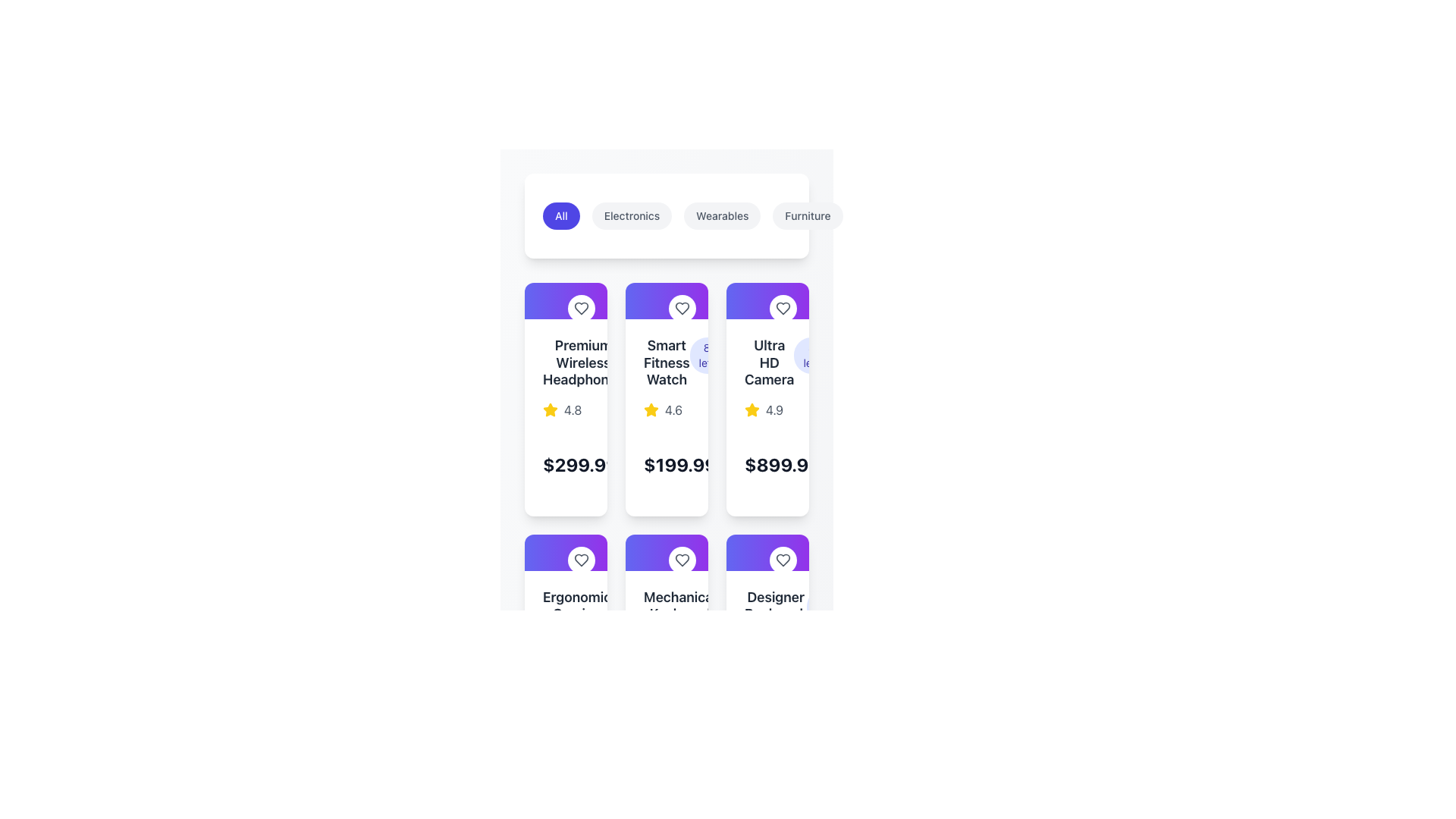 The image size is (1456, 819). I want to click on the first button in the Filter menu buttons group to visualize its hover effect, so click(667, 216).